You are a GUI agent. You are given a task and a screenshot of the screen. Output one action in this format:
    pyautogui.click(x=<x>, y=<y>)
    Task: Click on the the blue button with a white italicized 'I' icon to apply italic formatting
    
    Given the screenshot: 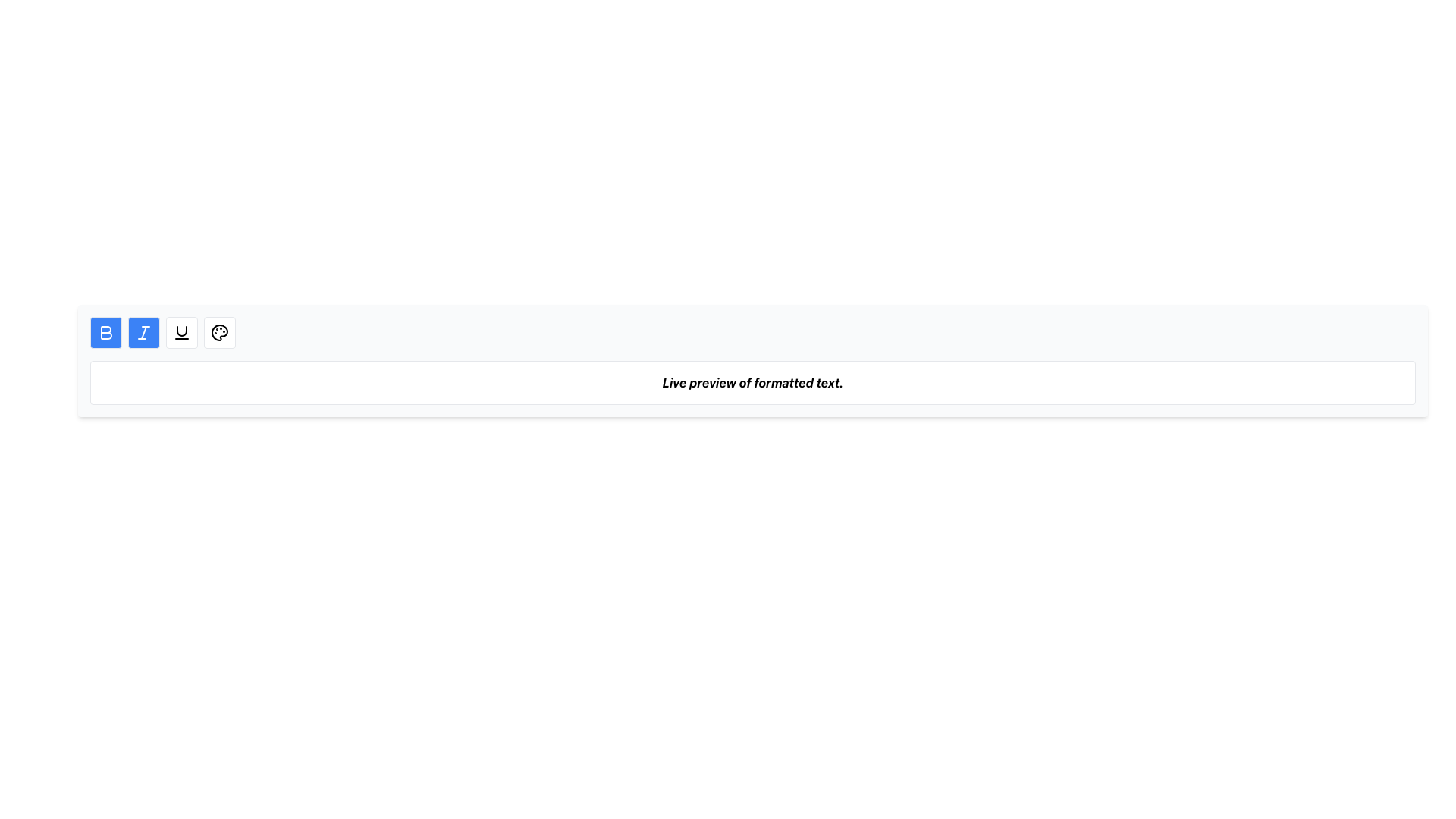 What is the action you would take?
    pyautogui.click(x=144, y=332)
    